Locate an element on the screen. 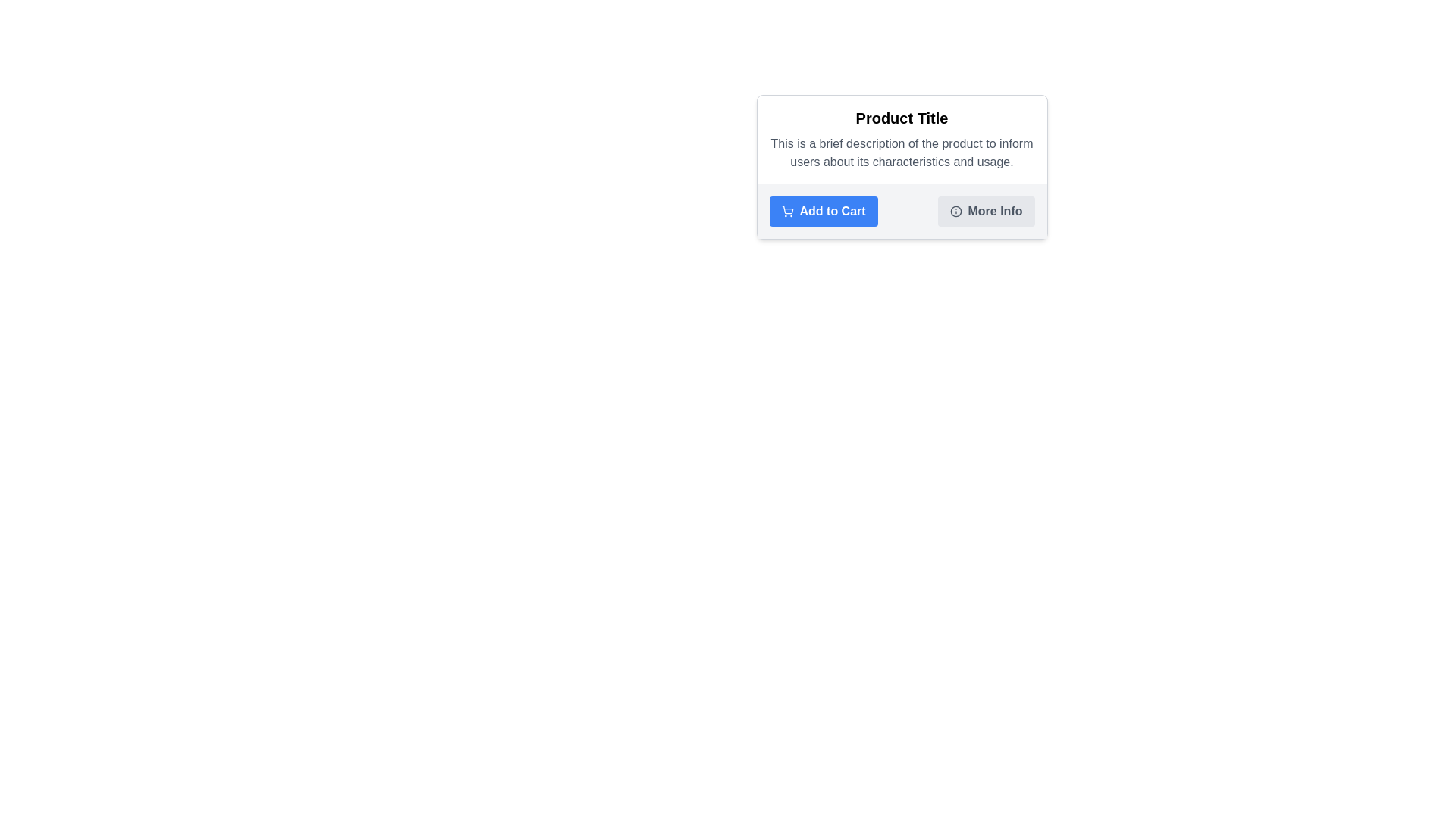 The image size is (1456, 819). the informational icon located to the left of the 'More Info' button, which is vertically centered within the button is located at coordinates (955, 211).